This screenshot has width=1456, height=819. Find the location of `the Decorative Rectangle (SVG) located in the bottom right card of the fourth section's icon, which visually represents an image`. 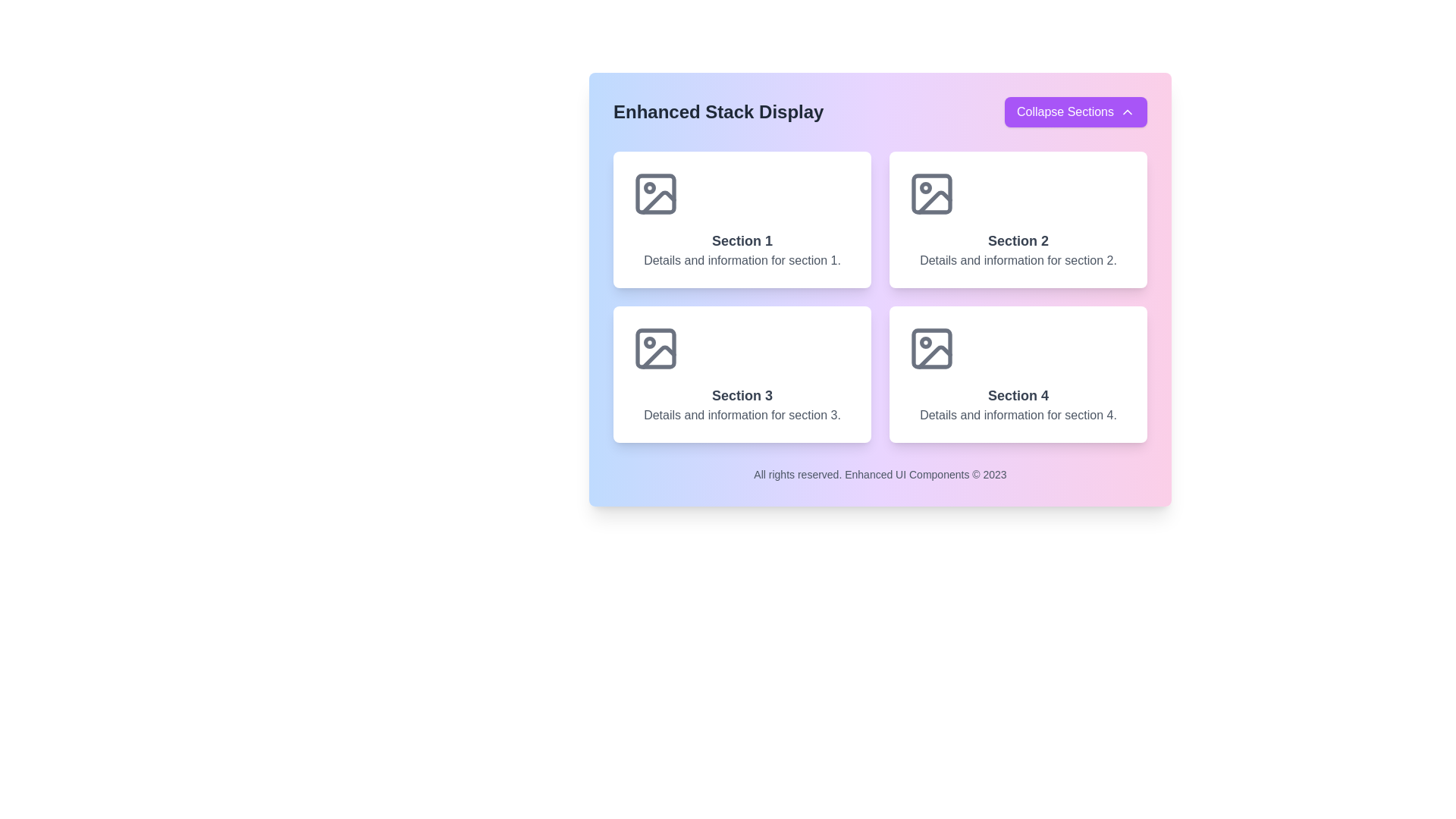

the Decorative Rectangle (SVG) located in the bottom right card of the fourth section's icon, which visually represents an image is located at coordinates (930, 348).